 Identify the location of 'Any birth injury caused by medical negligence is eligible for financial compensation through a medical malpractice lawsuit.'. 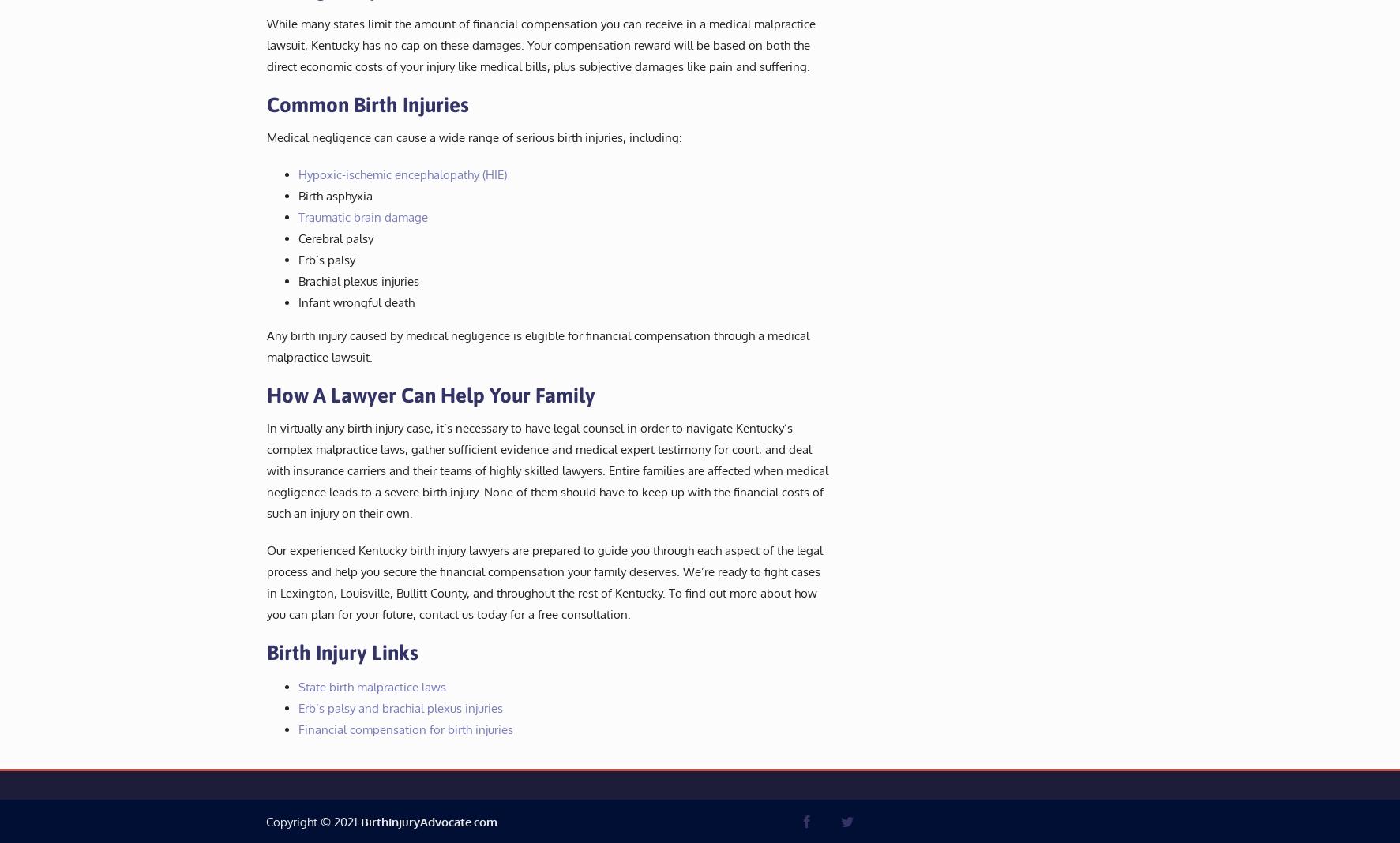
(266, 345).